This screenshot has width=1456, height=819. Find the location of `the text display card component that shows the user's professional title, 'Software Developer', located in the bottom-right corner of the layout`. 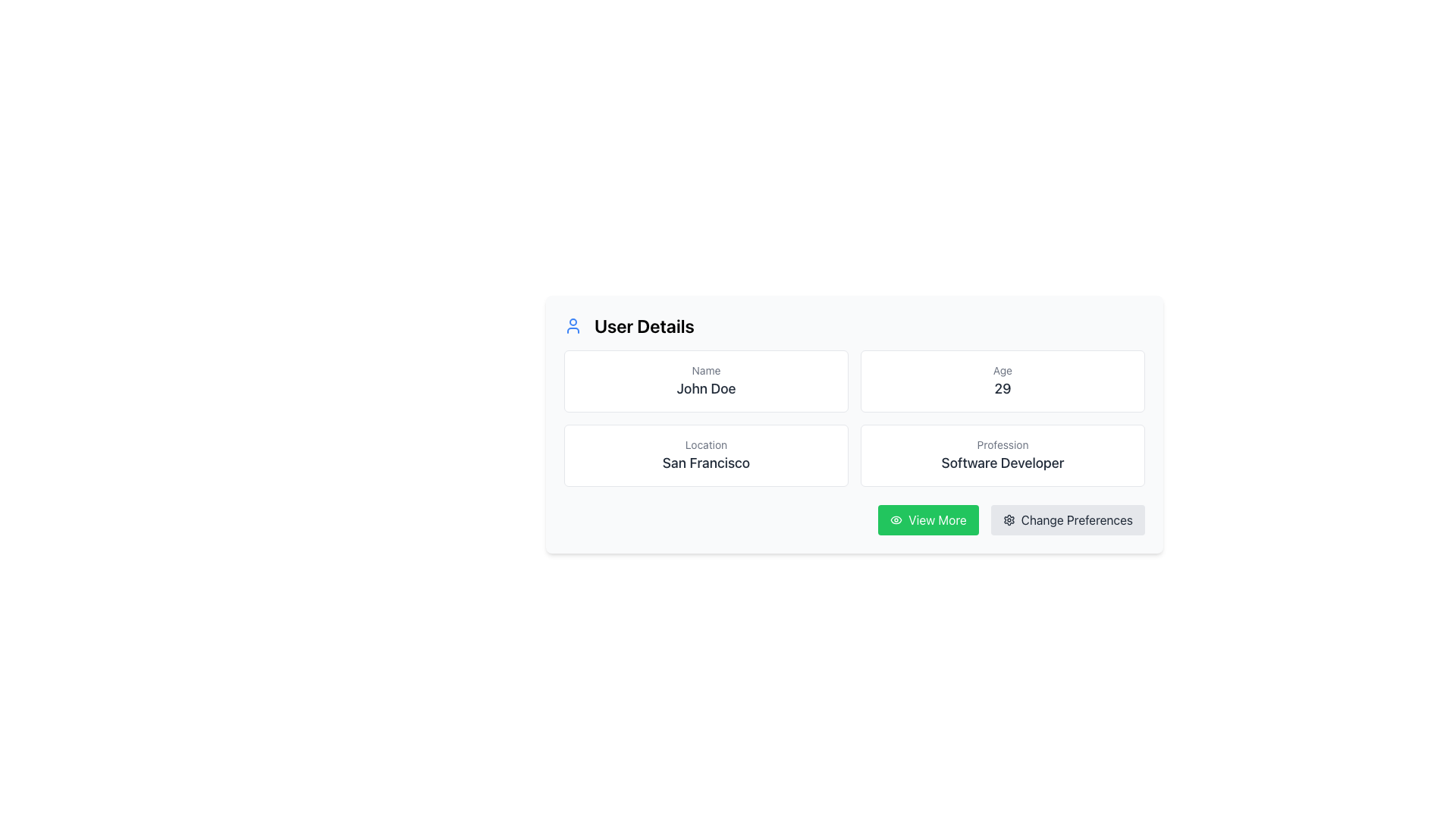

the text display card component that shows the user's professional title, 'Software Developer', located in the bottom-right corner of the layout is located at coordinates (1003, 455).